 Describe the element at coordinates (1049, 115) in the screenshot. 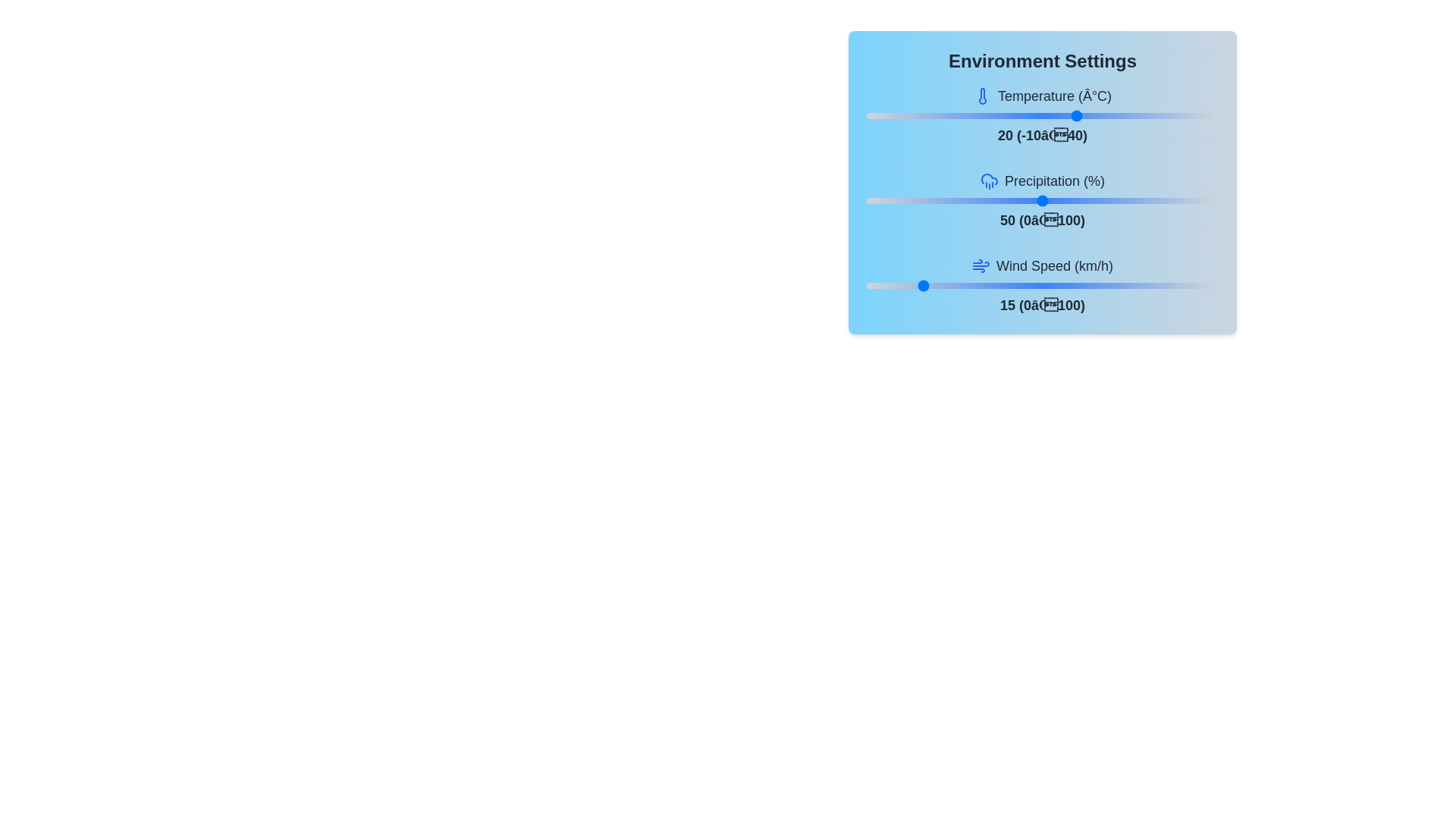

I see `the temperature` at that location.